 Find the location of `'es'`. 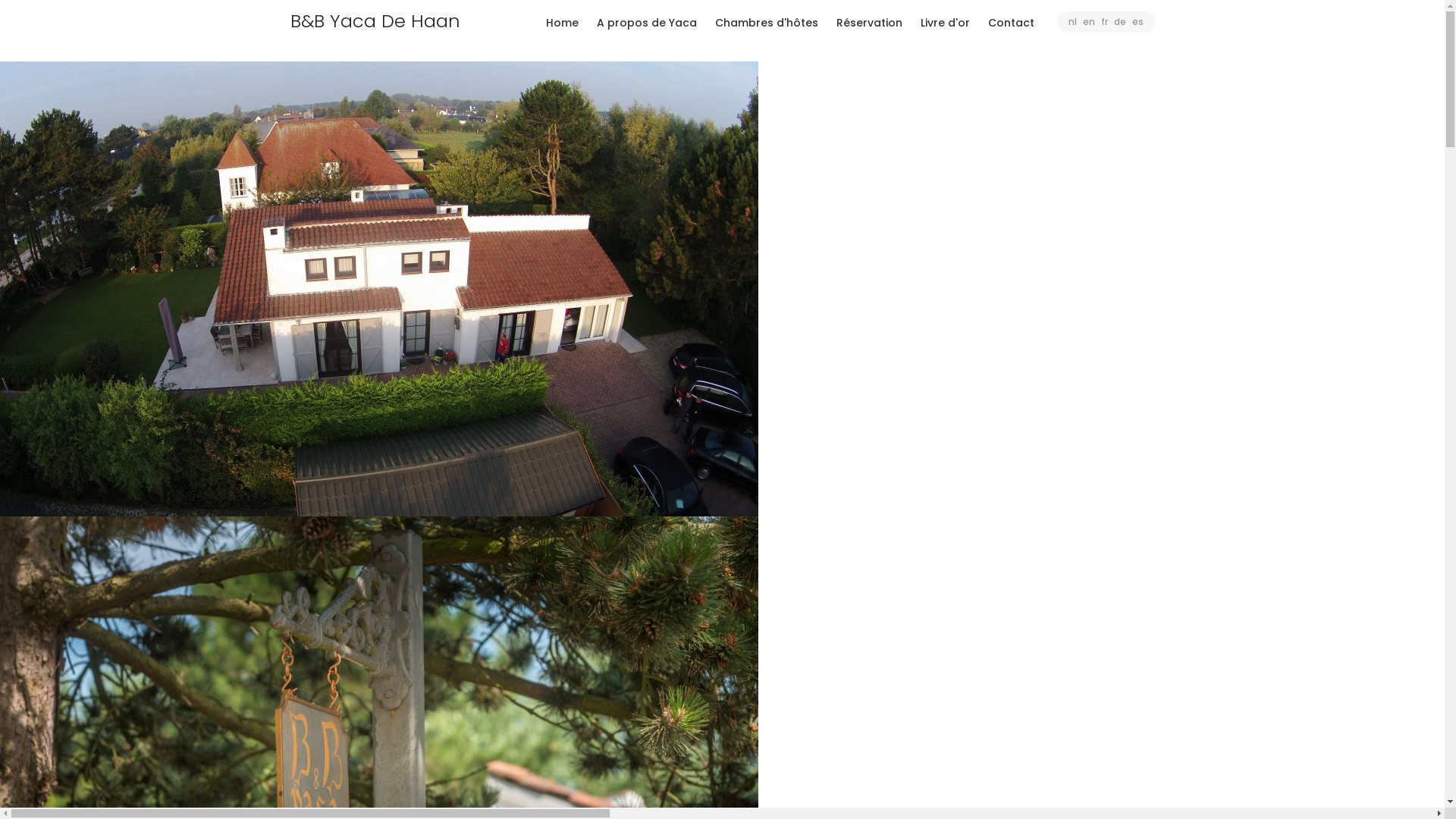

'es' is located at coordinates (1137, 21).